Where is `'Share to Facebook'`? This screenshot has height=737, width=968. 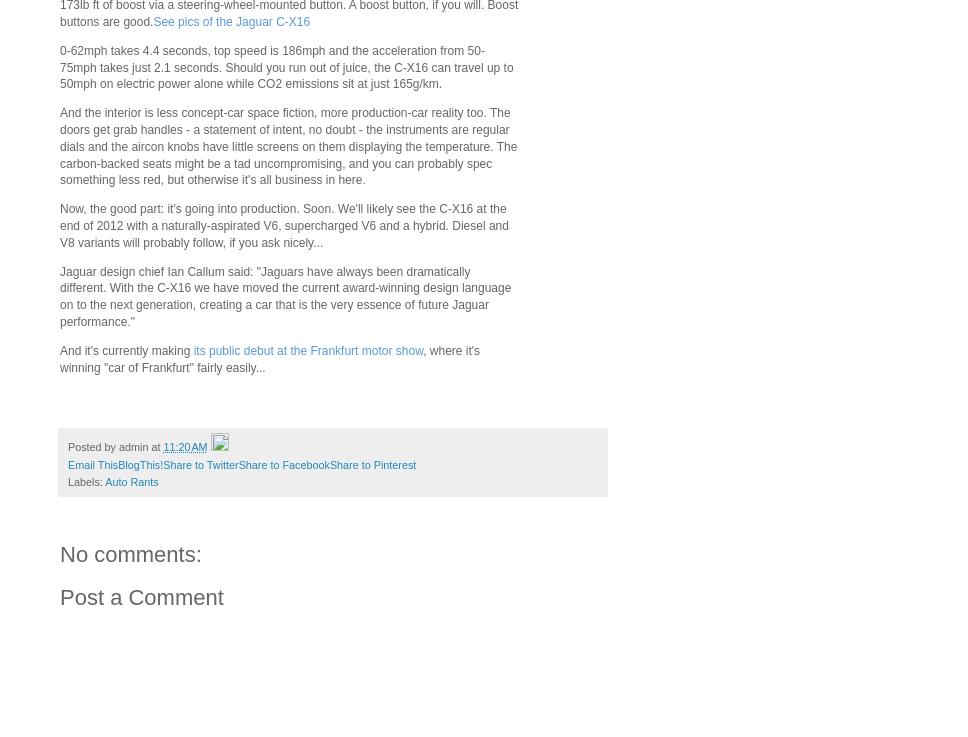 'Share to Facebook' is located at coordinates (282, 464).